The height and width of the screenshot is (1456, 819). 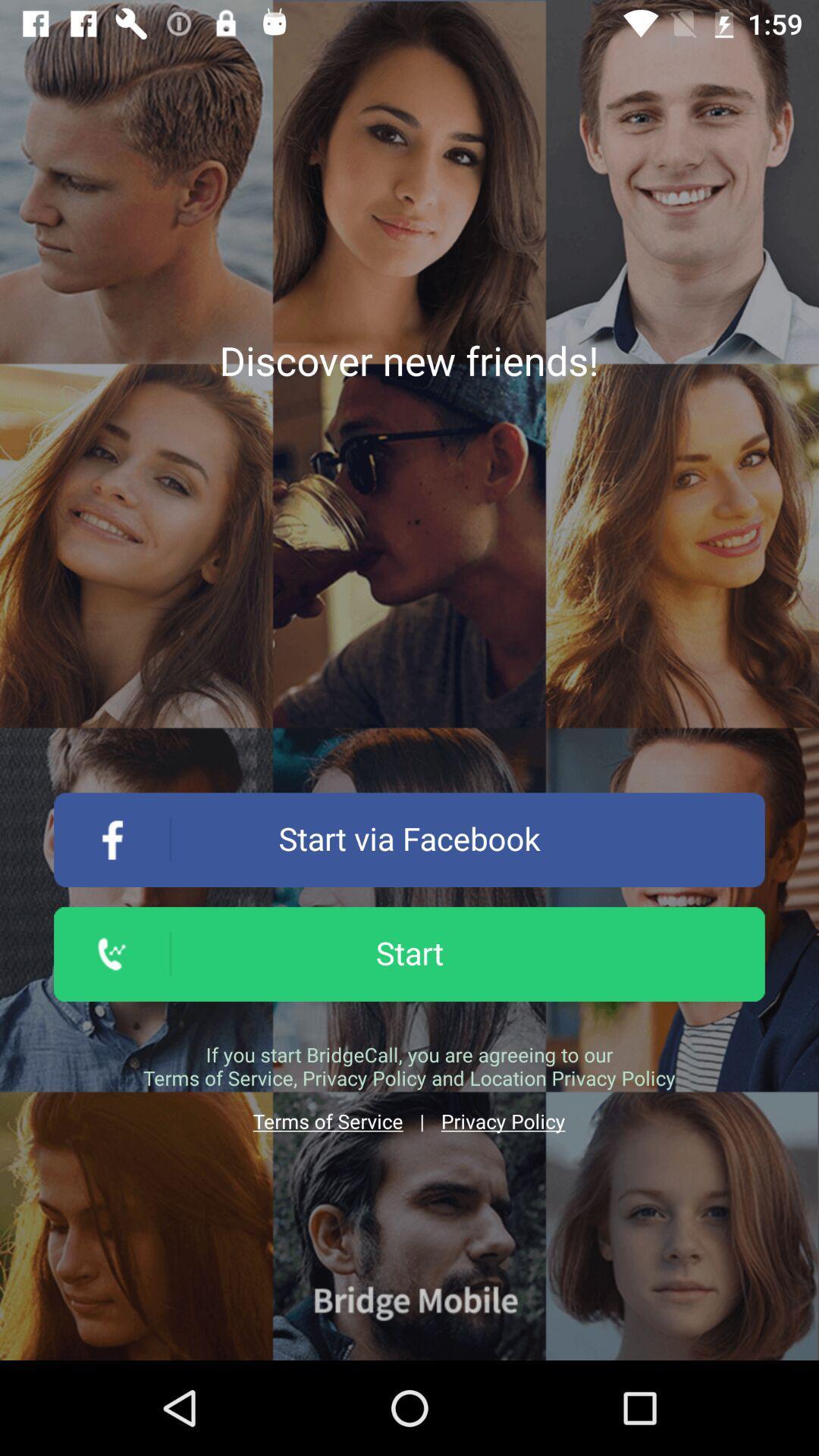 I want to click on app above the start via facebook, so click(x=408, y=359).